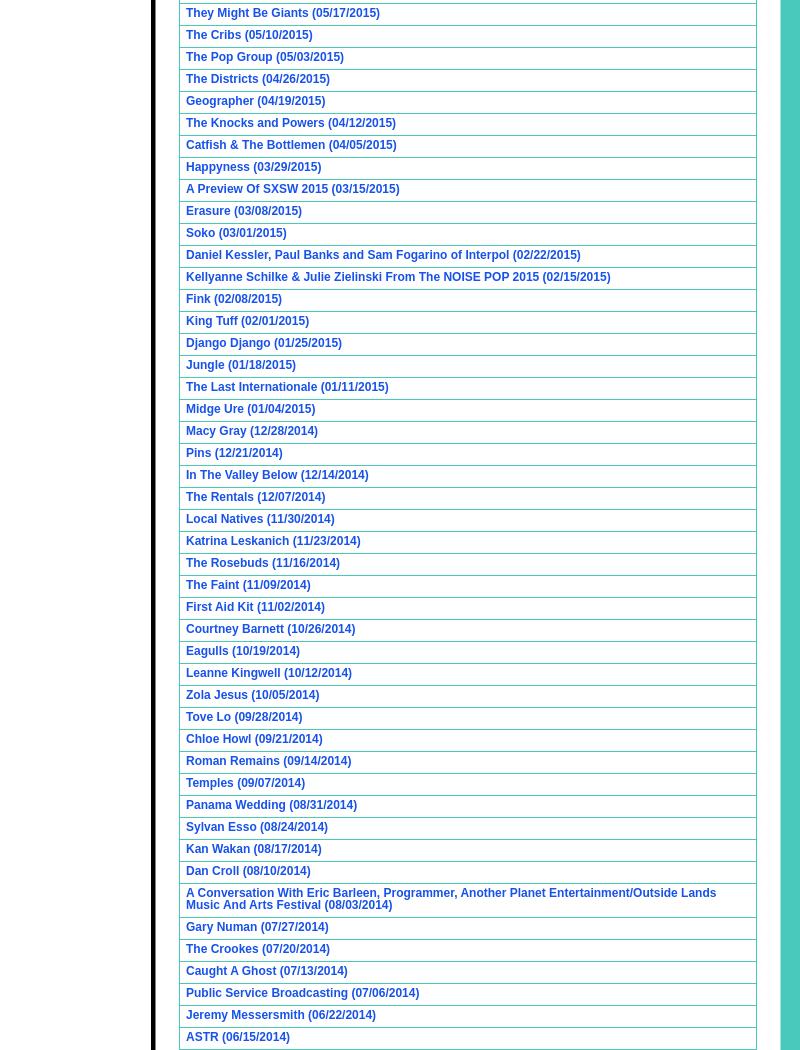 Image resolution: width=800 pixels, height=1050 pixels. Describe the element at coordinates (235, 232) in the screenshot. I see `'Soko (03/01/2015)'` at that location.